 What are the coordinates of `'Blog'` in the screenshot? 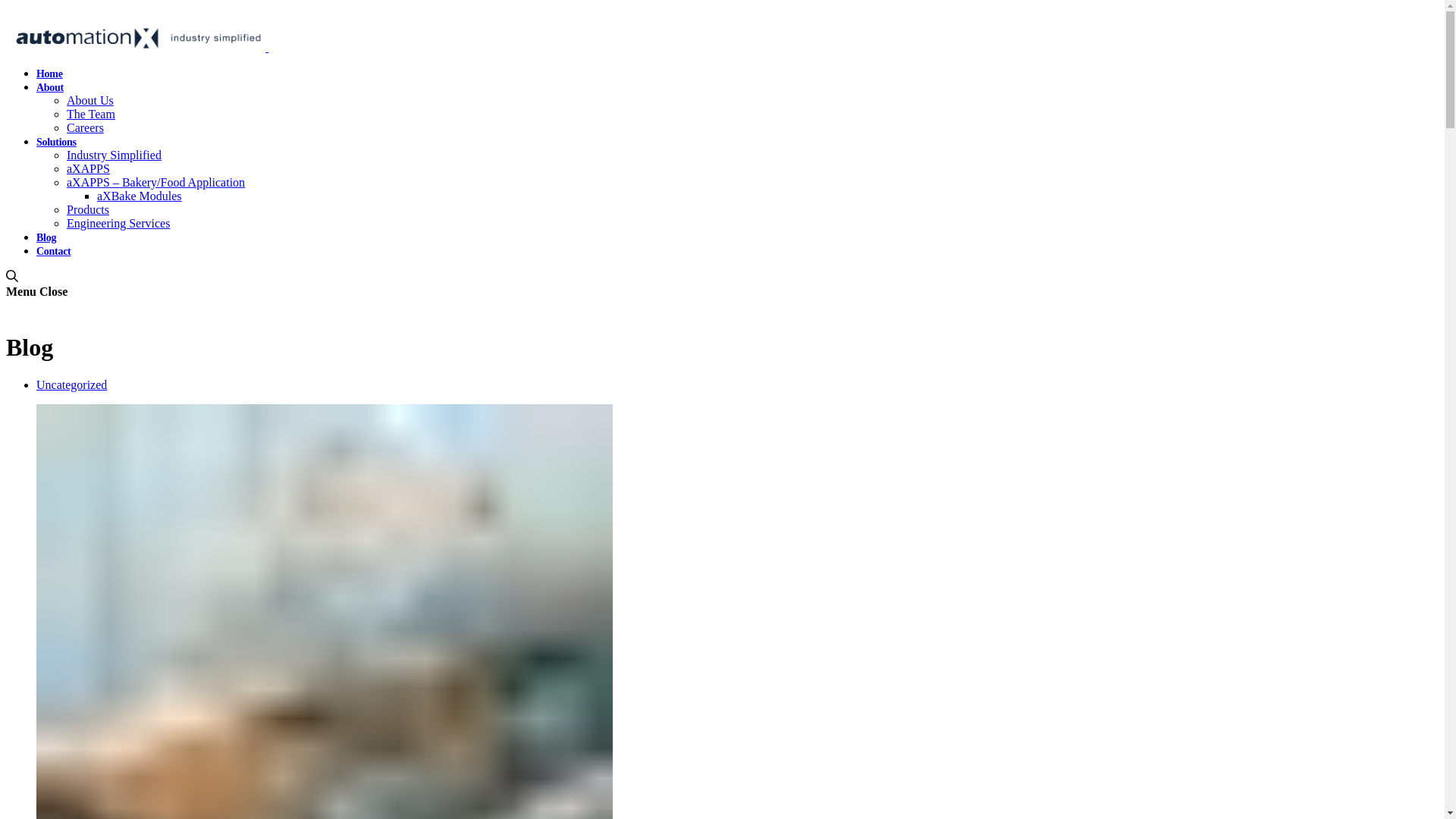 It's located at (46, 237).